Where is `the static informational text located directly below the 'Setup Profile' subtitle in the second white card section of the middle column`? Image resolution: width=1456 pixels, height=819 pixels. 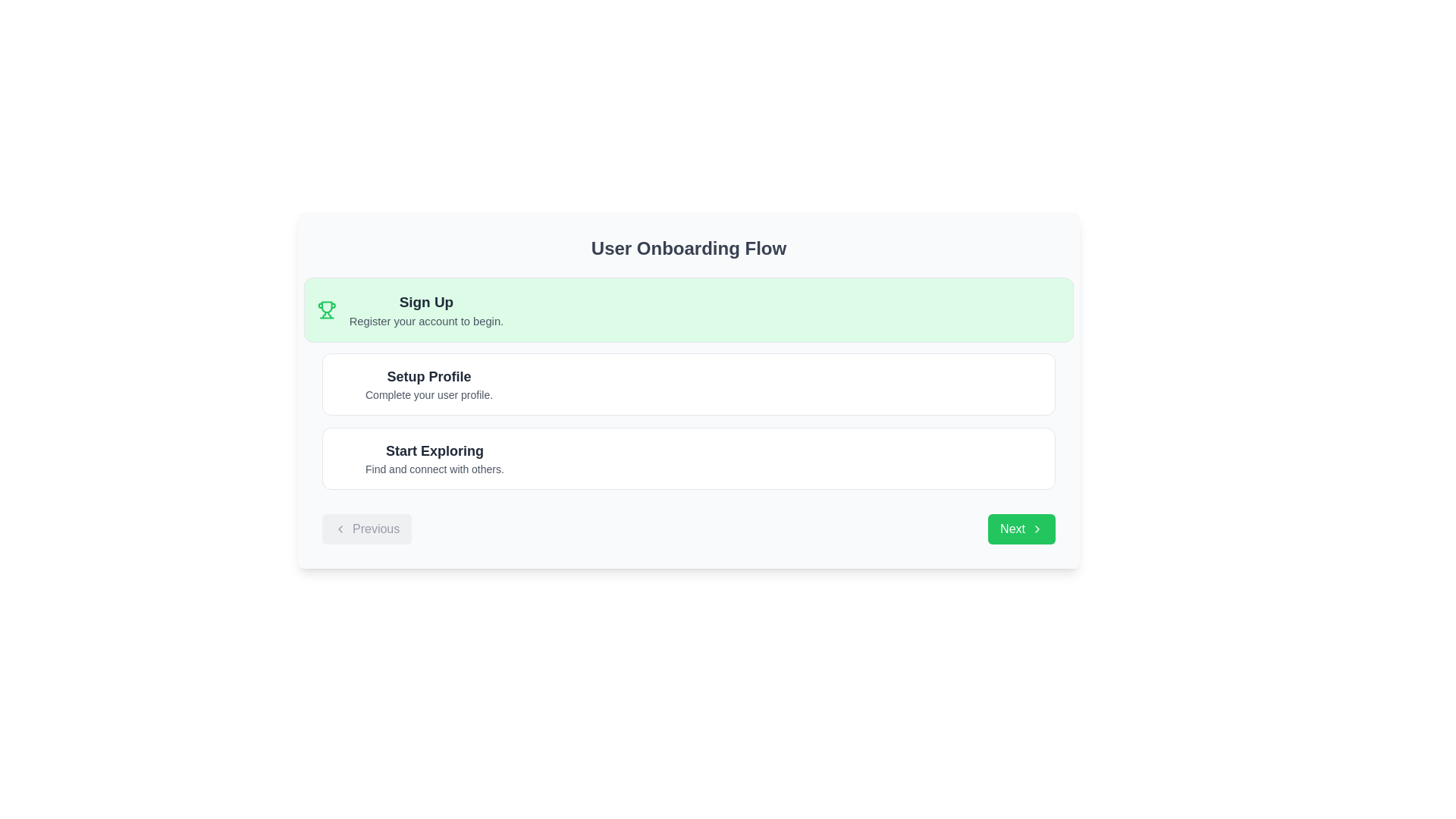 the static informational text located directly below the 'Setup Profile' subtitle in the second white card section of the middle column is located at coordinates (428, 394).